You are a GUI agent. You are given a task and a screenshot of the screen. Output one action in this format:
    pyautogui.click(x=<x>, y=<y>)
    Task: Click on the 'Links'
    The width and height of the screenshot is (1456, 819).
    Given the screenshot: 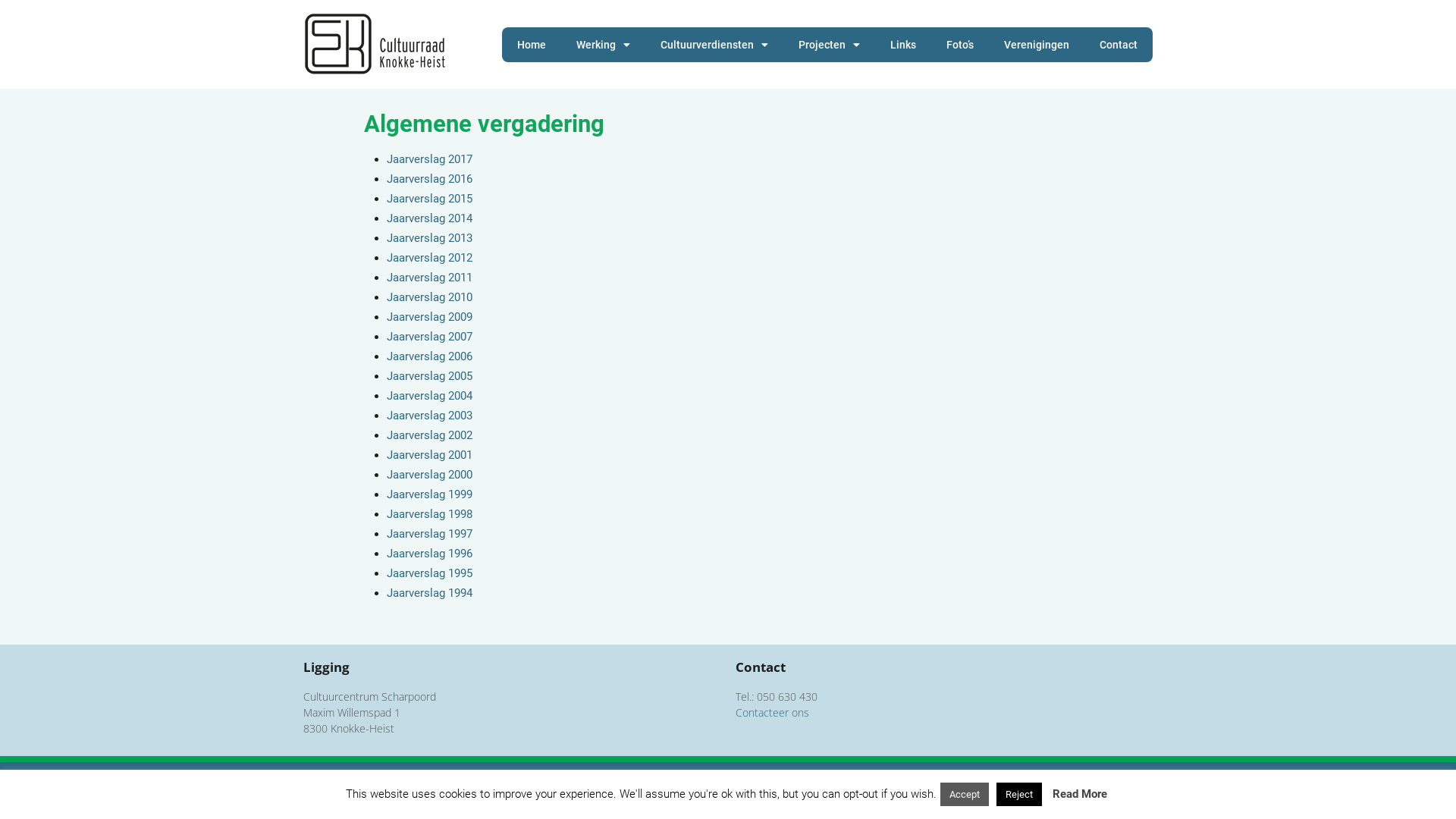 What is the action you would take?
    pyautogui.click(x=902, y=43)
    